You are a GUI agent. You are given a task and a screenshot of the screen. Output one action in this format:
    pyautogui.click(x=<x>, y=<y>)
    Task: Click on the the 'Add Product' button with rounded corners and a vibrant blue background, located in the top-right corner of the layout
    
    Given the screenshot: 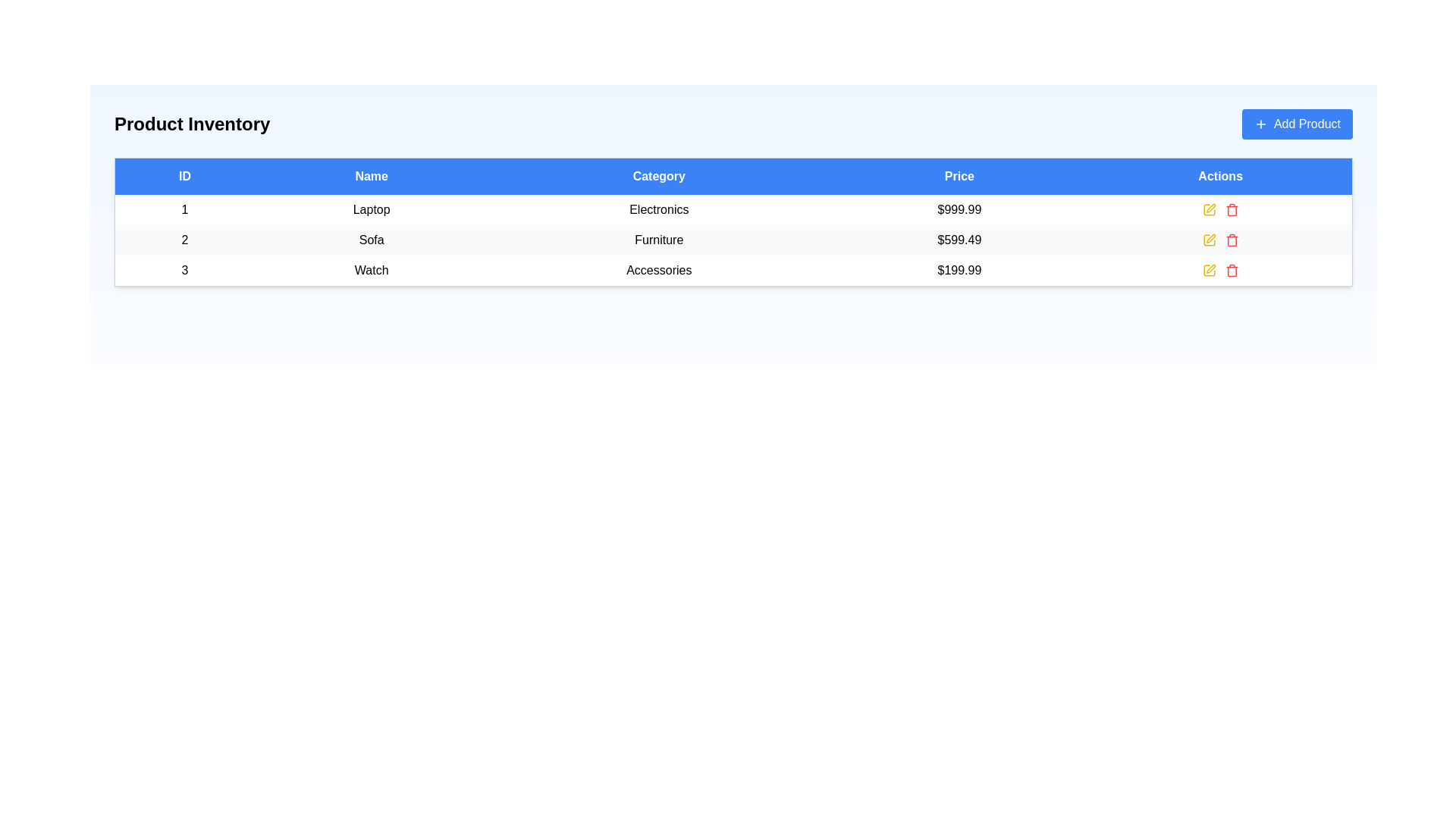 What is the action you would take?
    pyautogui.click(x=1296, y=124)
    